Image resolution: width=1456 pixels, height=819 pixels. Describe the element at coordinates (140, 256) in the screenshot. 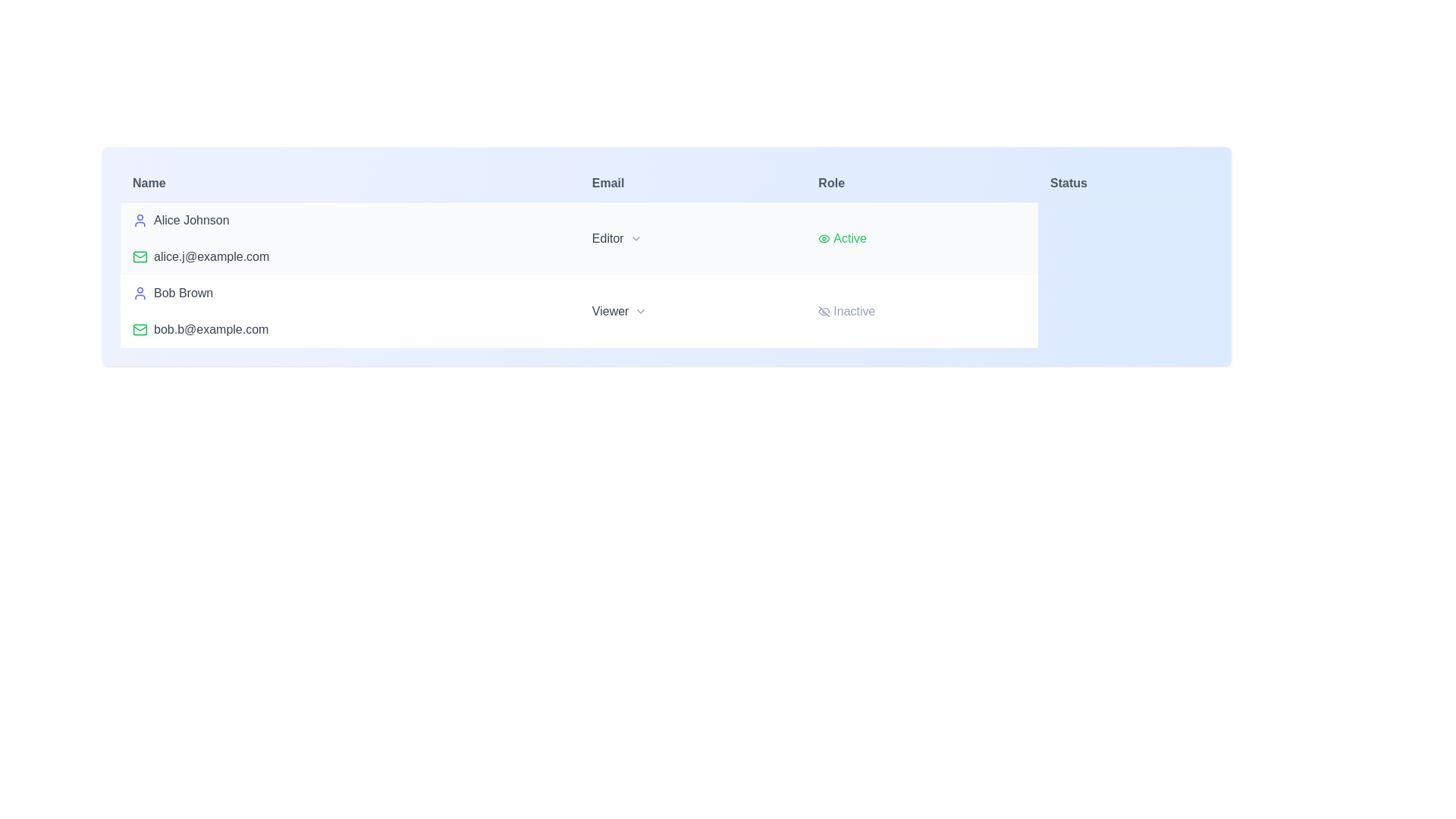

I see `the email icon associated with 'alice.j@example.com' in the email list` at that location.